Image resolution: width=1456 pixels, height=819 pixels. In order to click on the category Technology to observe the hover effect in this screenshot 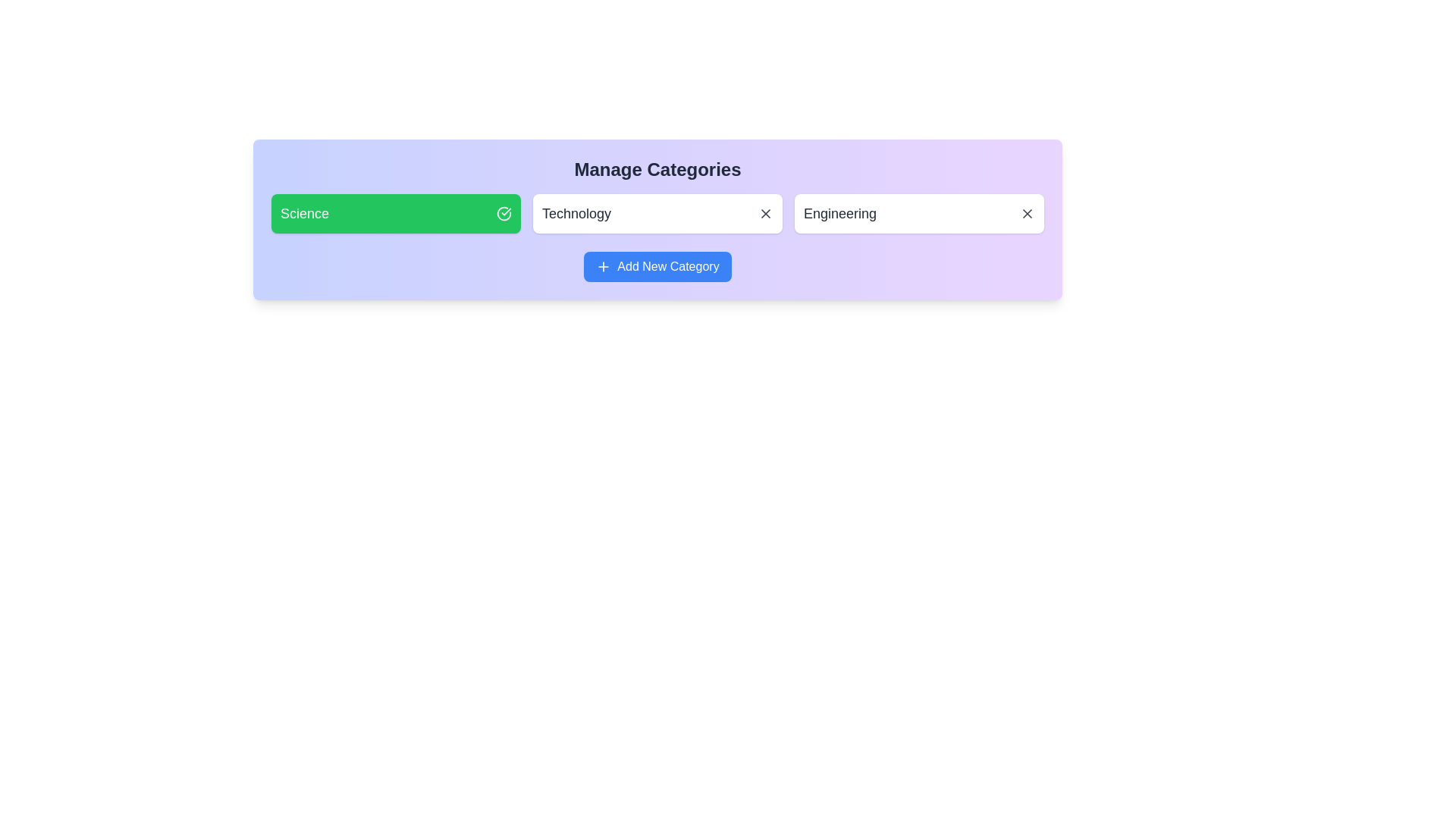, I will do `click(657, 213)`.